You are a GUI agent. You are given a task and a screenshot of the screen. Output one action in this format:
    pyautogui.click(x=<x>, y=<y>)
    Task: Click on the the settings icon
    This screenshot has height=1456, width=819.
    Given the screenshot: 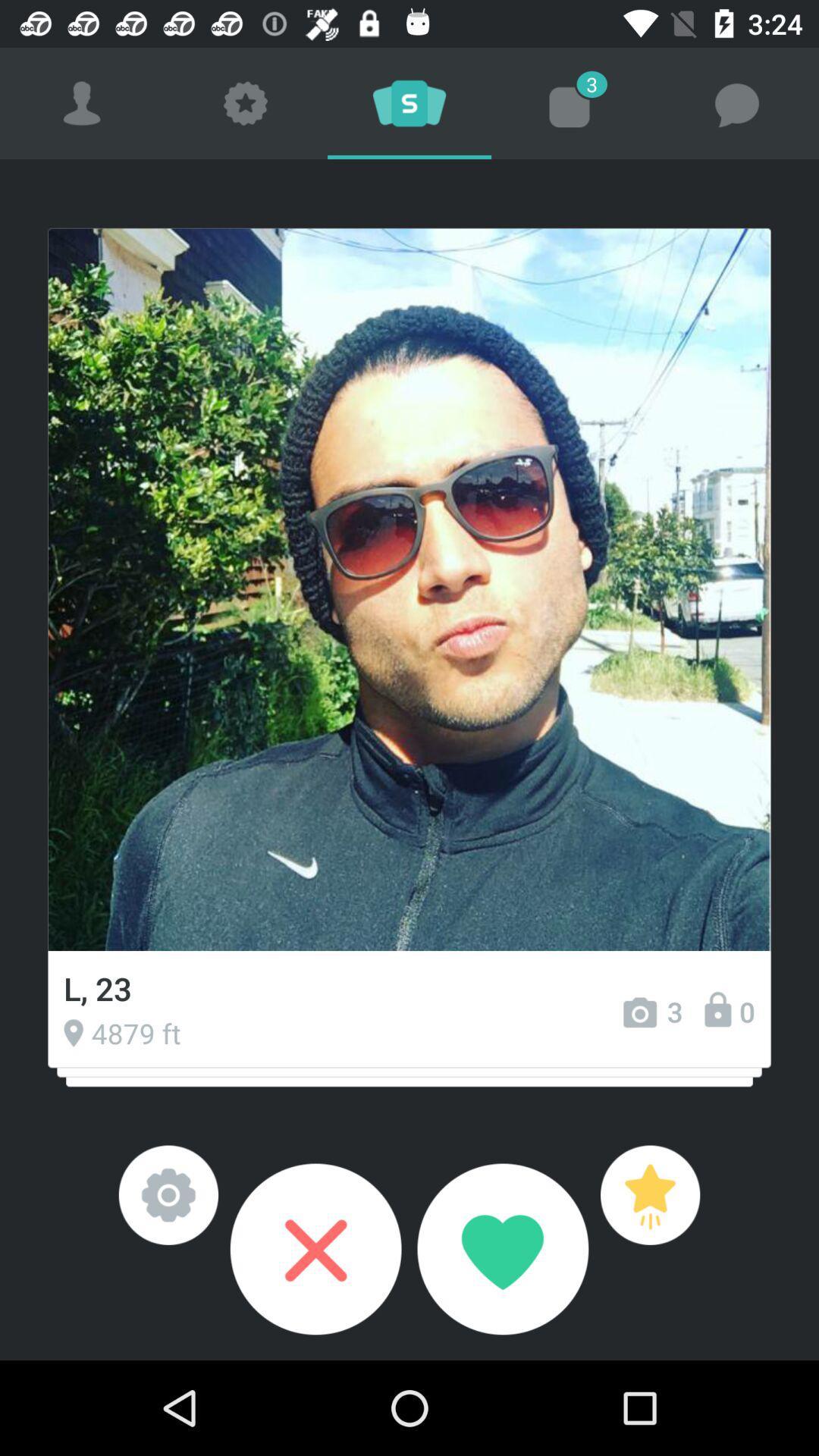 What is the action you would take?
    pyautogui.click(x=168, y=1194)
    